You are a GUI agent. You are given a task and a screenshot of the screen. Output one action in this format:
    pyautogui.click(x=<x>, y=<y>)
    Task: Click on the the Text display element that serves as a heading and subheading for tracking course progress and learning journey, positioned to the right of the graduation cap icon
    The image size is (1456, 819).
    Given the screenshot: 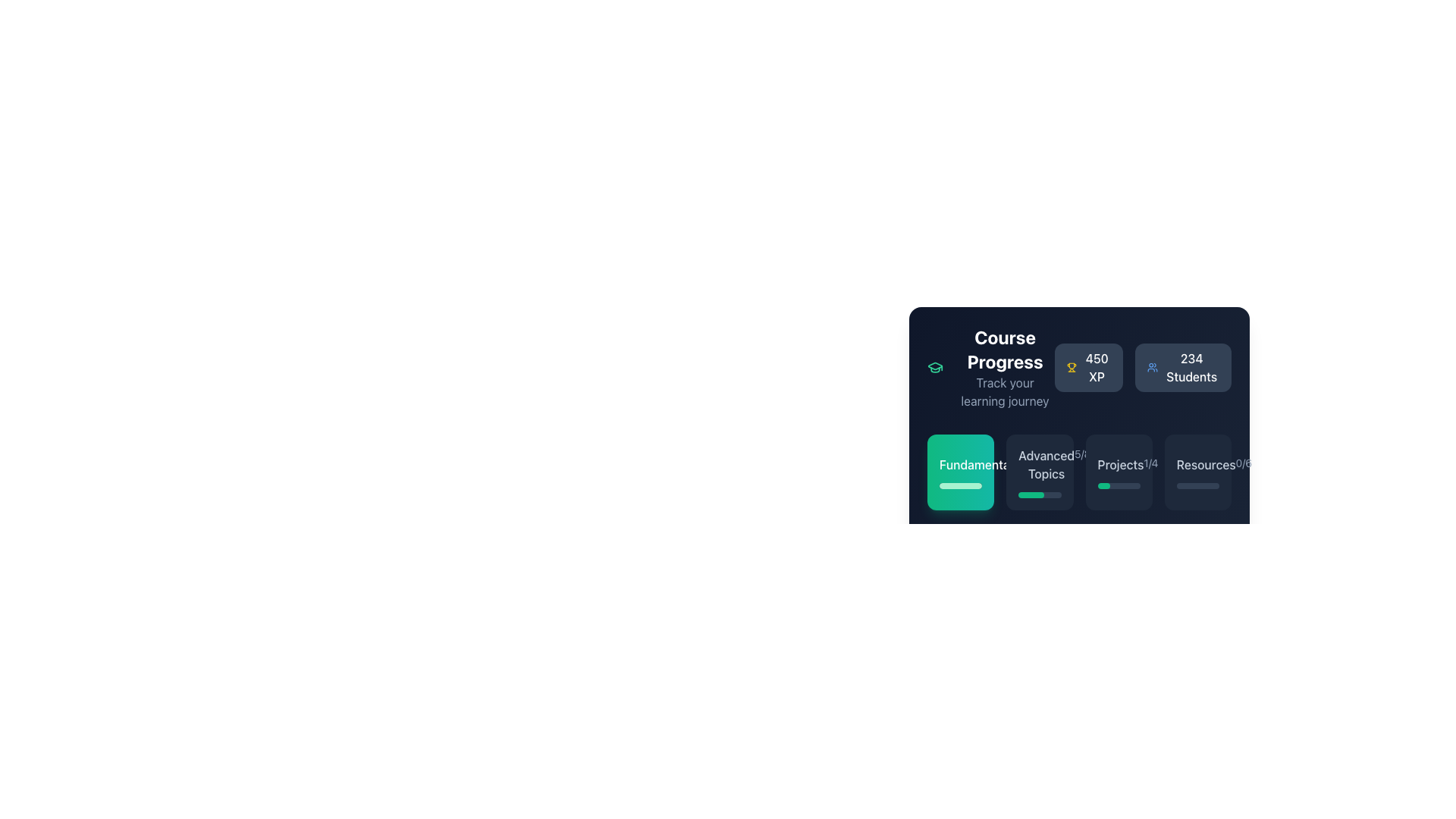 What is the action you would take?
    pyautogui.click(x=1005, y=368)
    